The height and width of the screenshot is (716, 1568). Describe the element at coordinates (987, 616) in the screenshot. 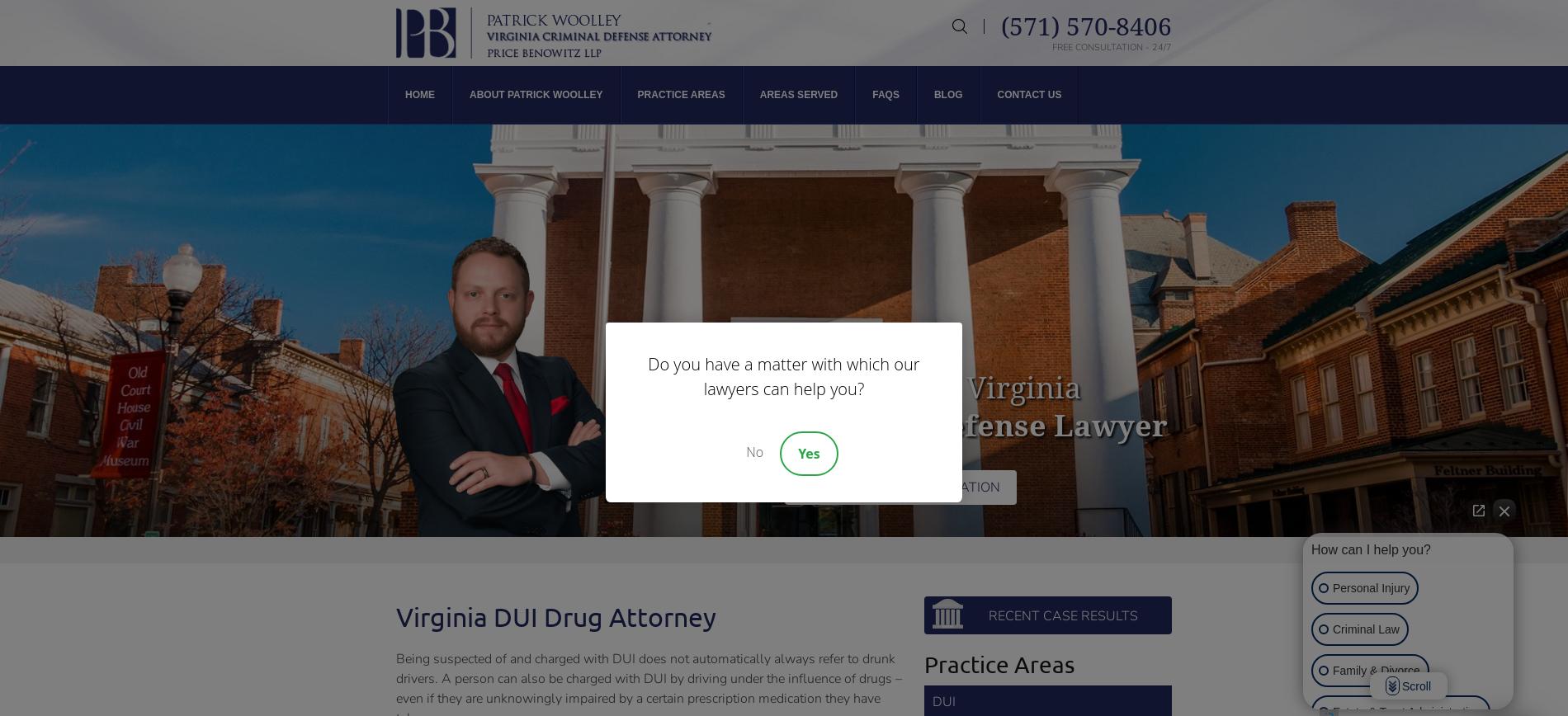

I see `'Recent Case Results'` at that location.